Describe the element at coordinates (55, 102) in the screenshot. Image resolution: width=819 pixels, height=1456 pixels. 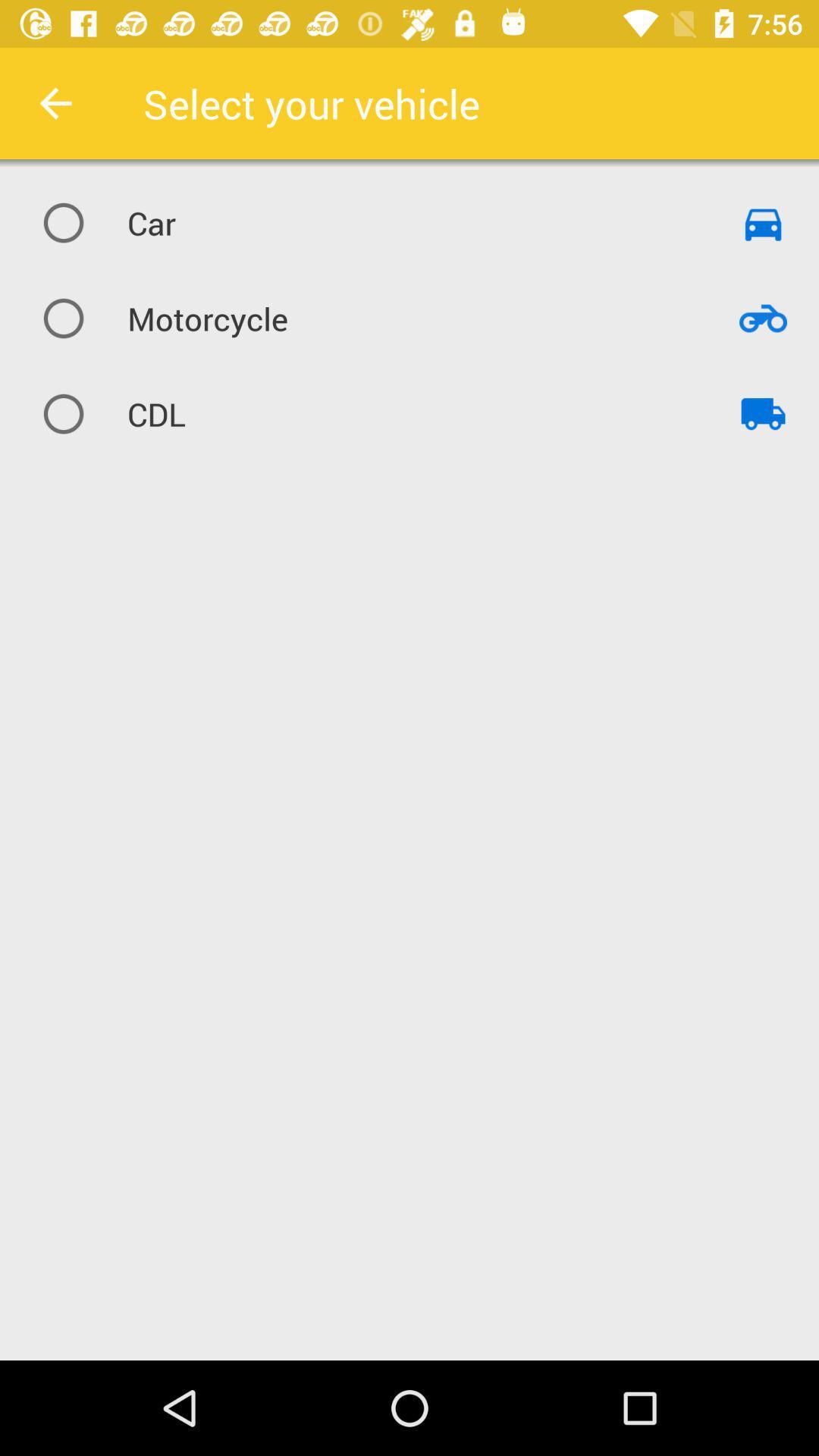
I see `the item to the left of the select your vehicle item` at that location.